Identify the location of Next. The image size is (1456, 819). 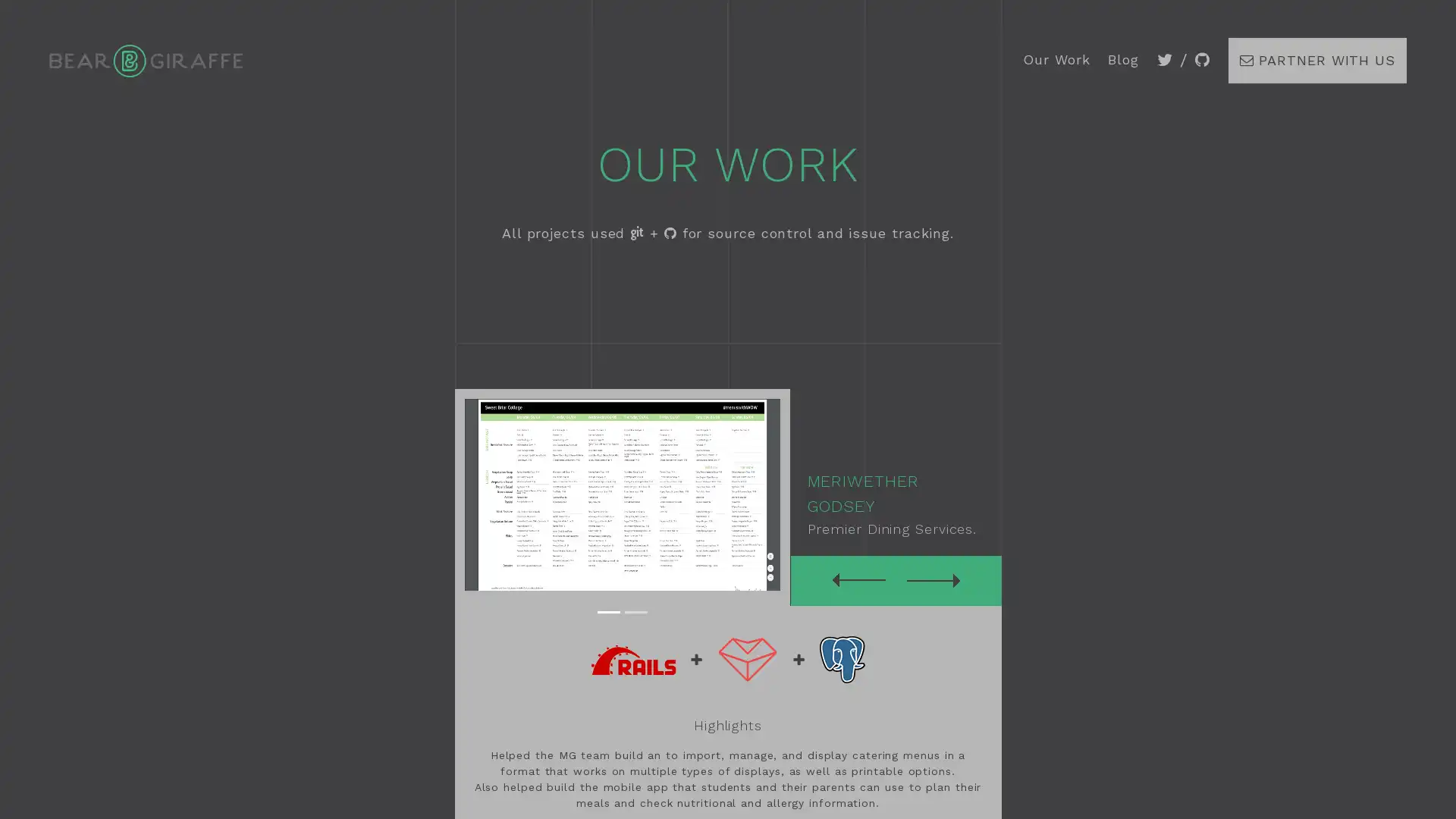
(947, 579).